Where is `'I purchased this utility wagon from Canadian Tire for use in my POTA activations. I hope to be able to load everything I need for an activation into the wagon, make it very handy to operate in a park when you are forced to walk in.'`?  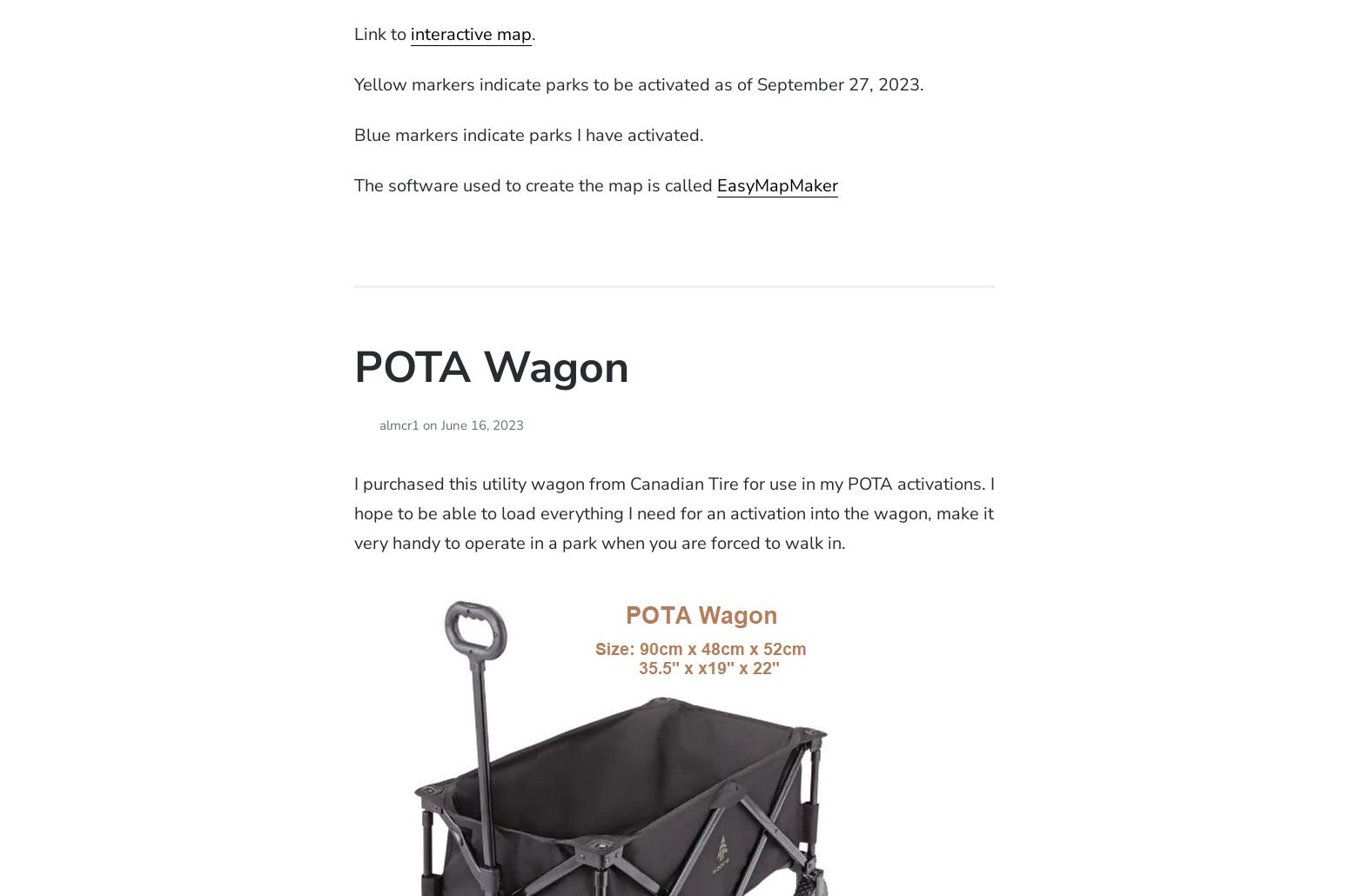
'I purchased this utility wagon from Canadian Tire for use in my POTA activations. I hope to be able to load everything I need for an activation into the wagon, make it very handy to operate in a park when you are forced to walk in.' is located at coordinates (352, 512).